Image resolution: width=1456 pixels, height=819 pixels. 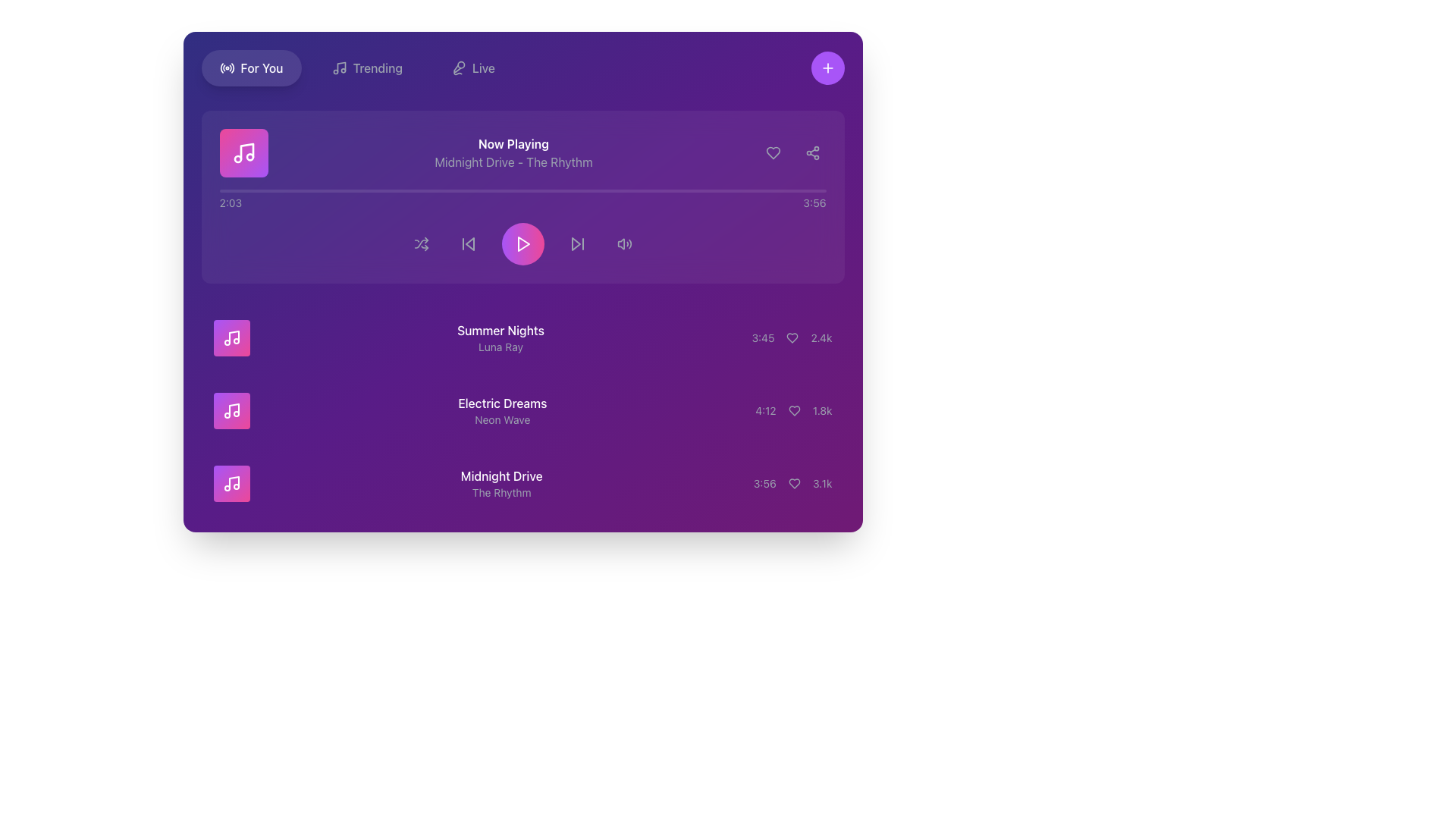 I want to click on playback position, so click(x=764, y=190).